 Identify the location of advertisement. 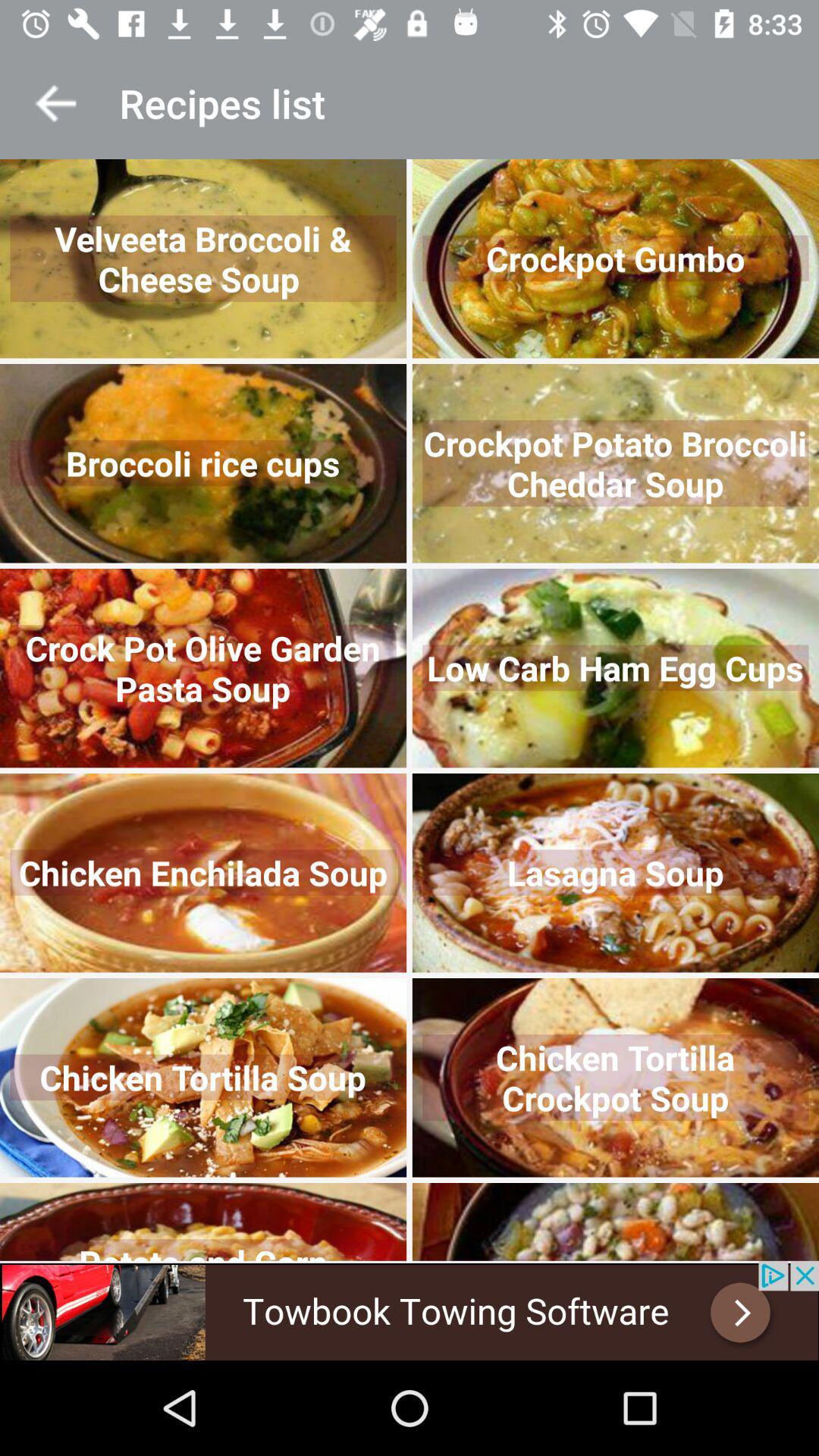
(409, 1310).